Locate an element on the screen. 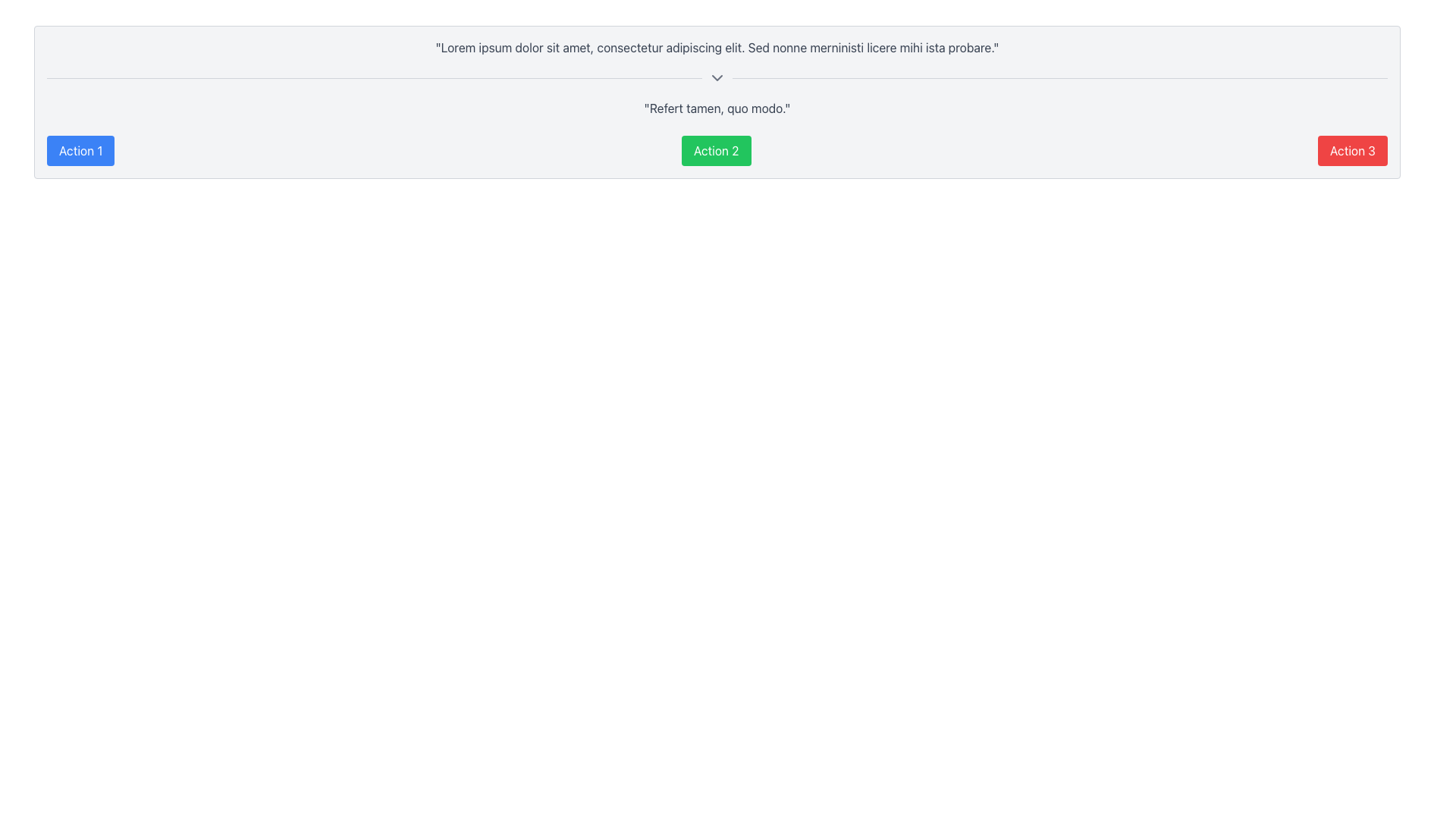 The image size is (1456, 819). the Text Display containing the phrase 'Refert tamen, quo modo.' is located at coordinates (716, 107).